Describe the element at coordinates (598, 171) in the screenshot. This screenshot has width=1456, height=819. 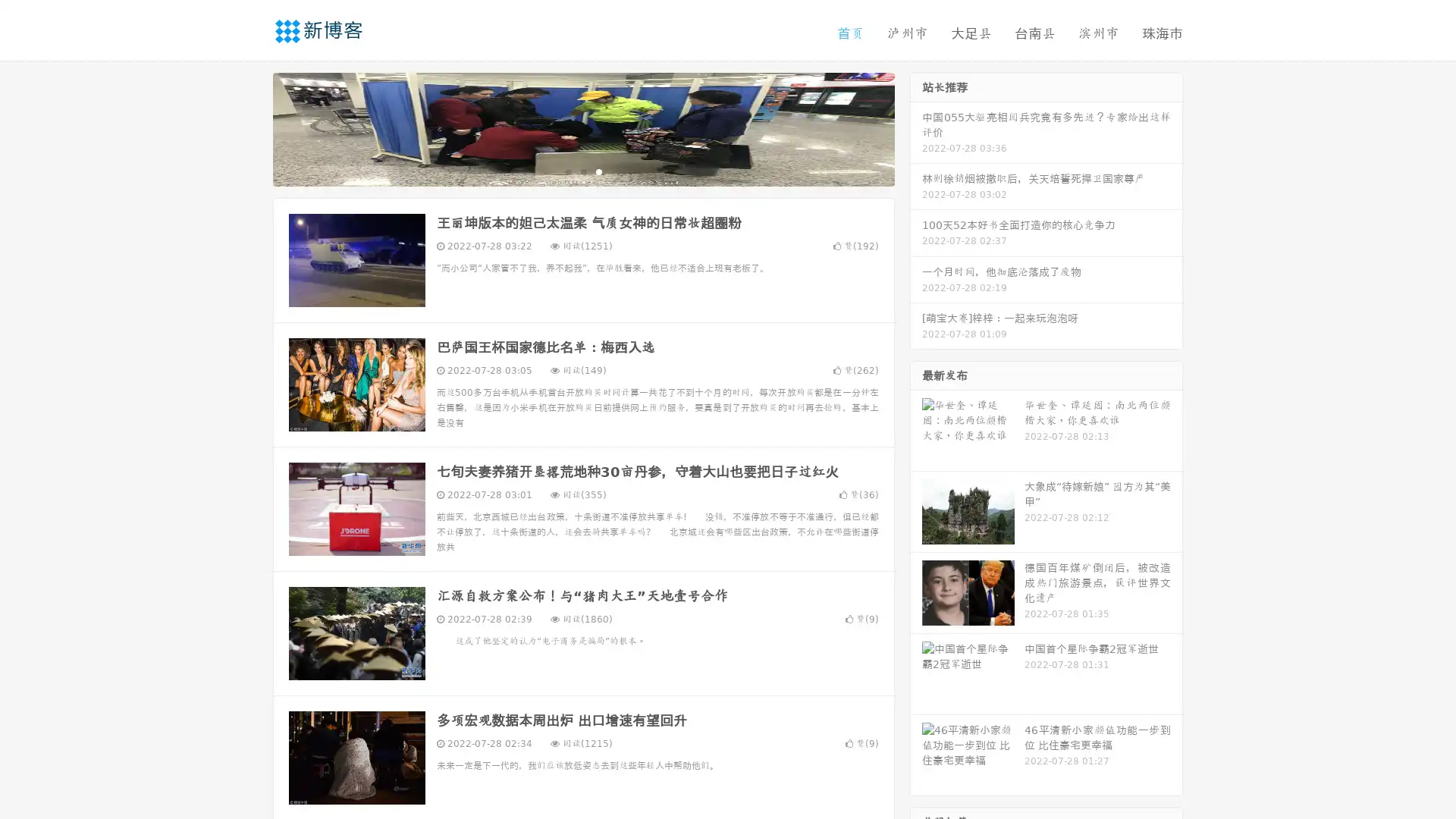
I see `Go to slide 3` at that location.